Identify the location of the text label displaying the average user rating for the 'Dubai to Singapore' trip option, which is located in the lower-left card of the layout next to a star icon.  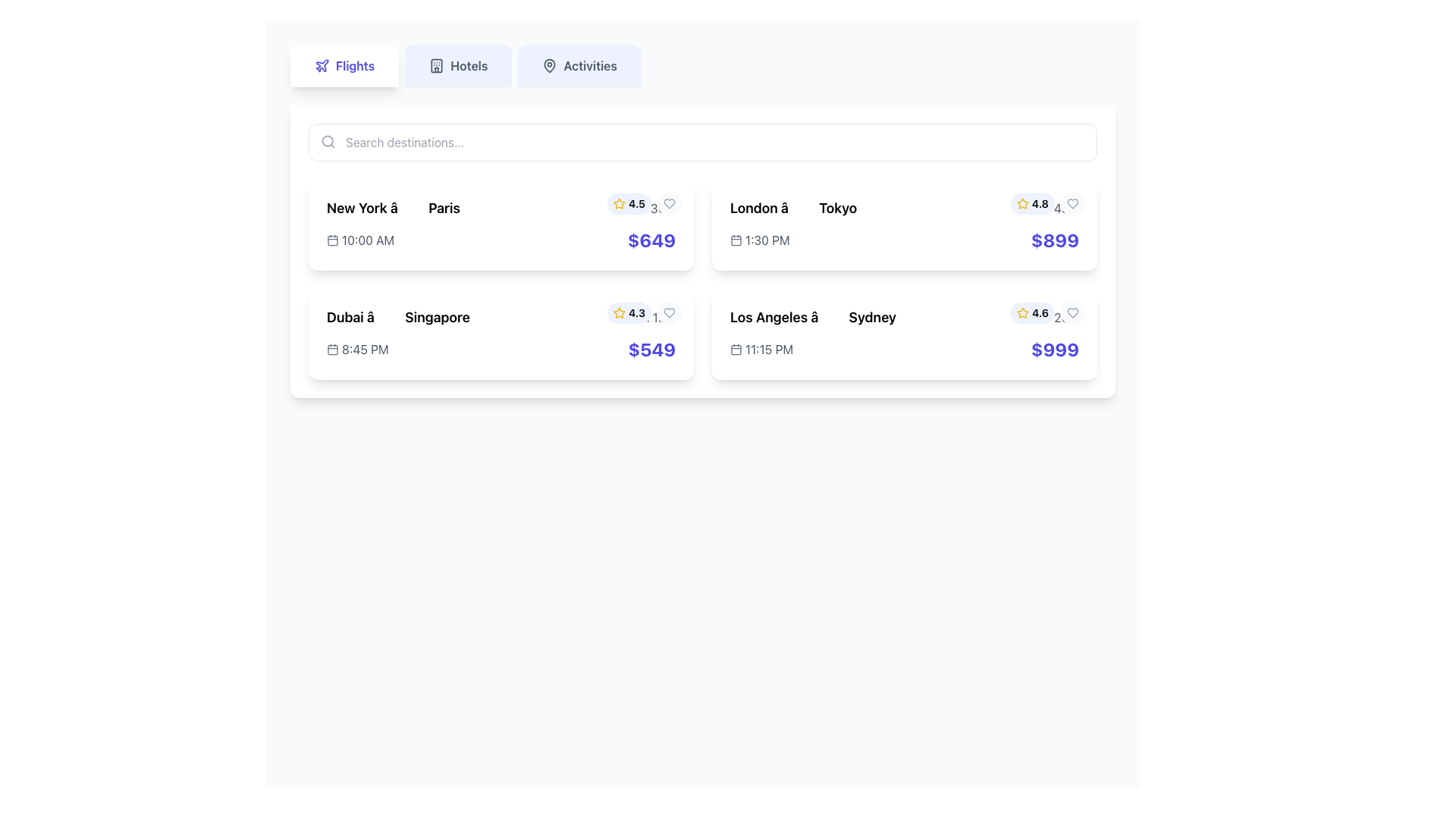
(637, 312).